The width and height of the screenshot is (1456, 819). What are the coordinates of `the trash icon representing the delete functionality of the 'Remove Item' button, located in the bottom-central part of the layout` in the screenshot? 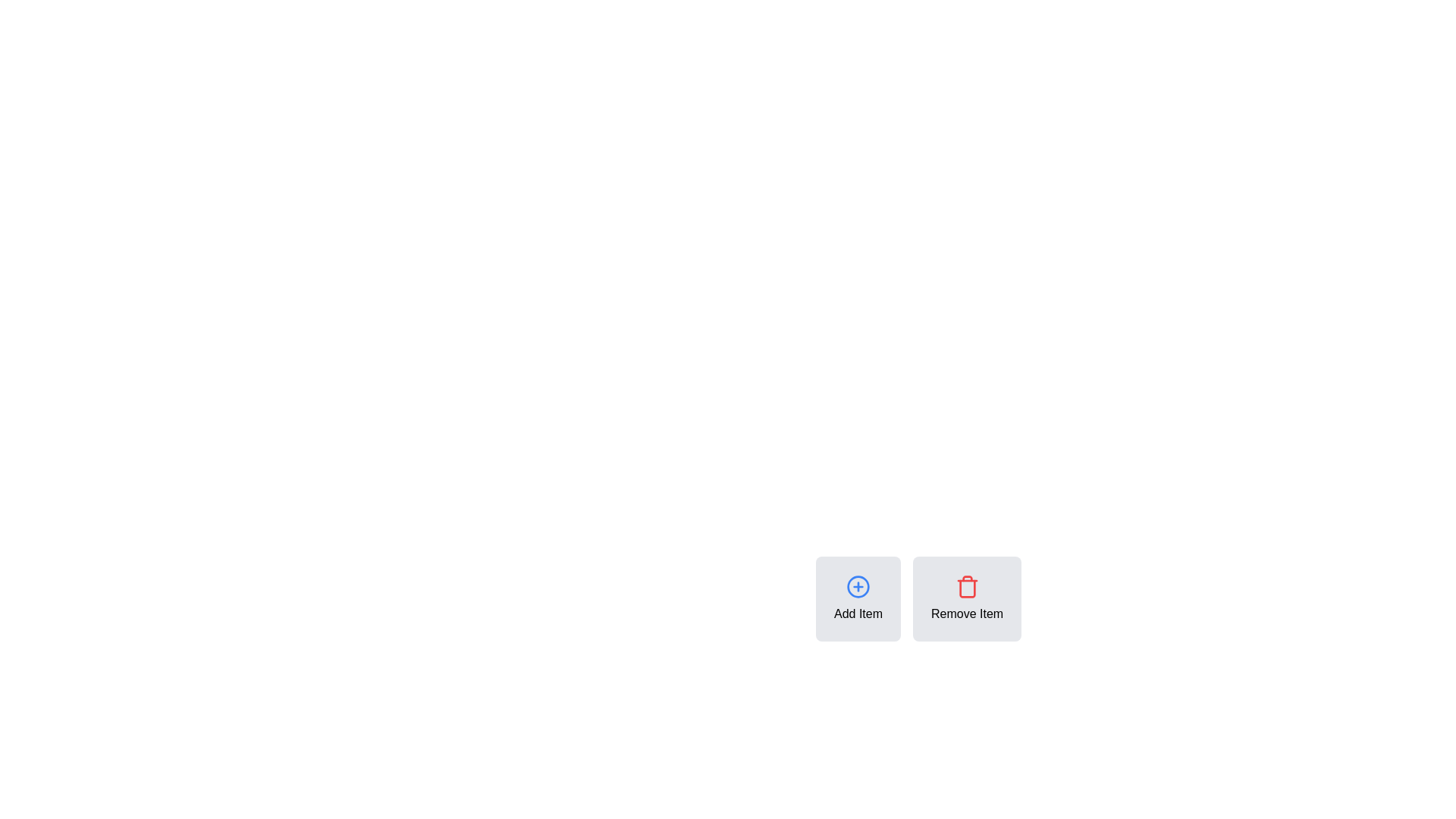 It's located at (966, 588).